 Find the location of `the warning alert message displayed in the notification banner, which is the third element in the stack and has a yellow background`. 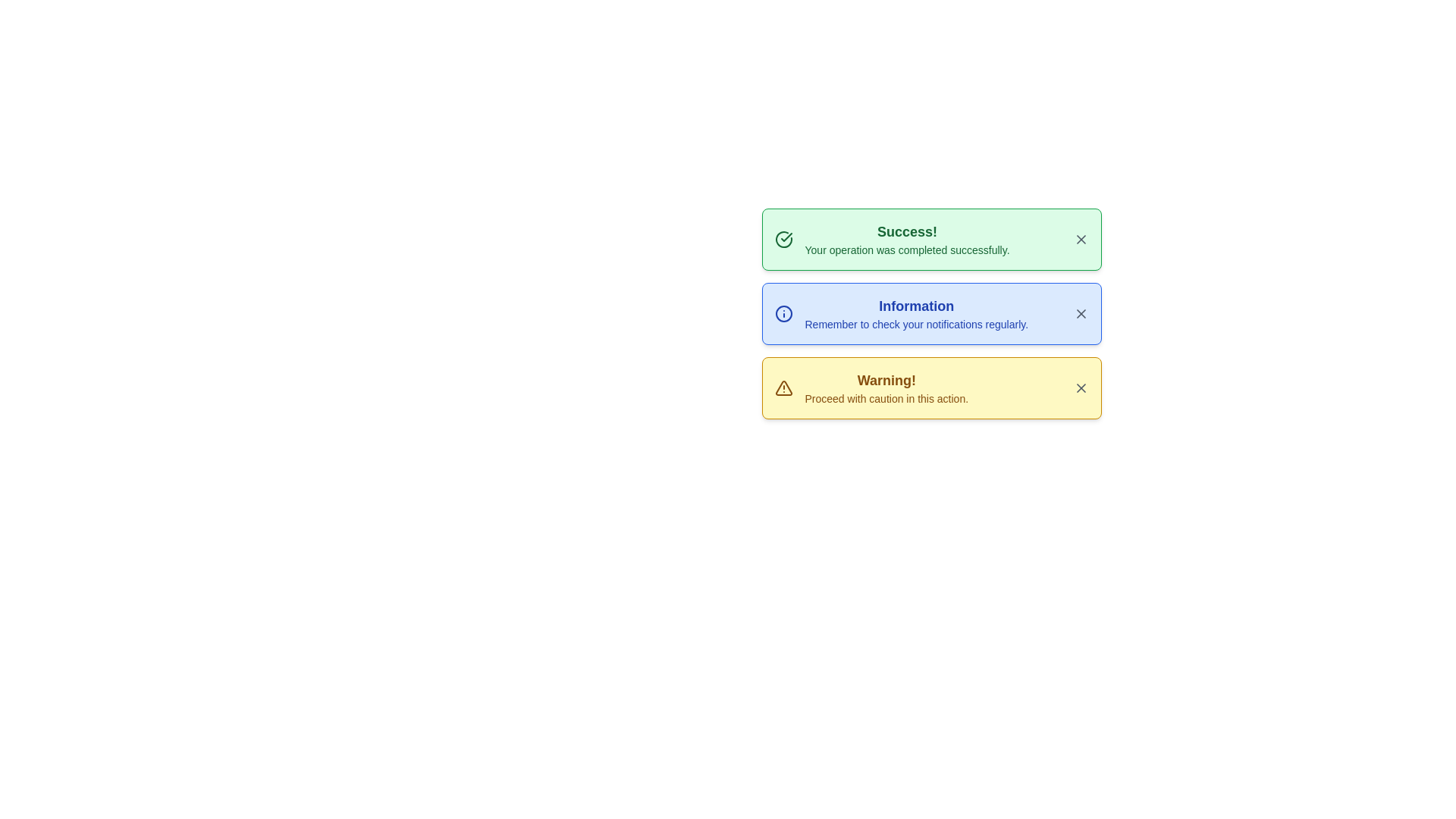

the warning alert message displayed in the notification banner, which is the third element in the stack and has a yellow background is located at coordinates (886, 388).